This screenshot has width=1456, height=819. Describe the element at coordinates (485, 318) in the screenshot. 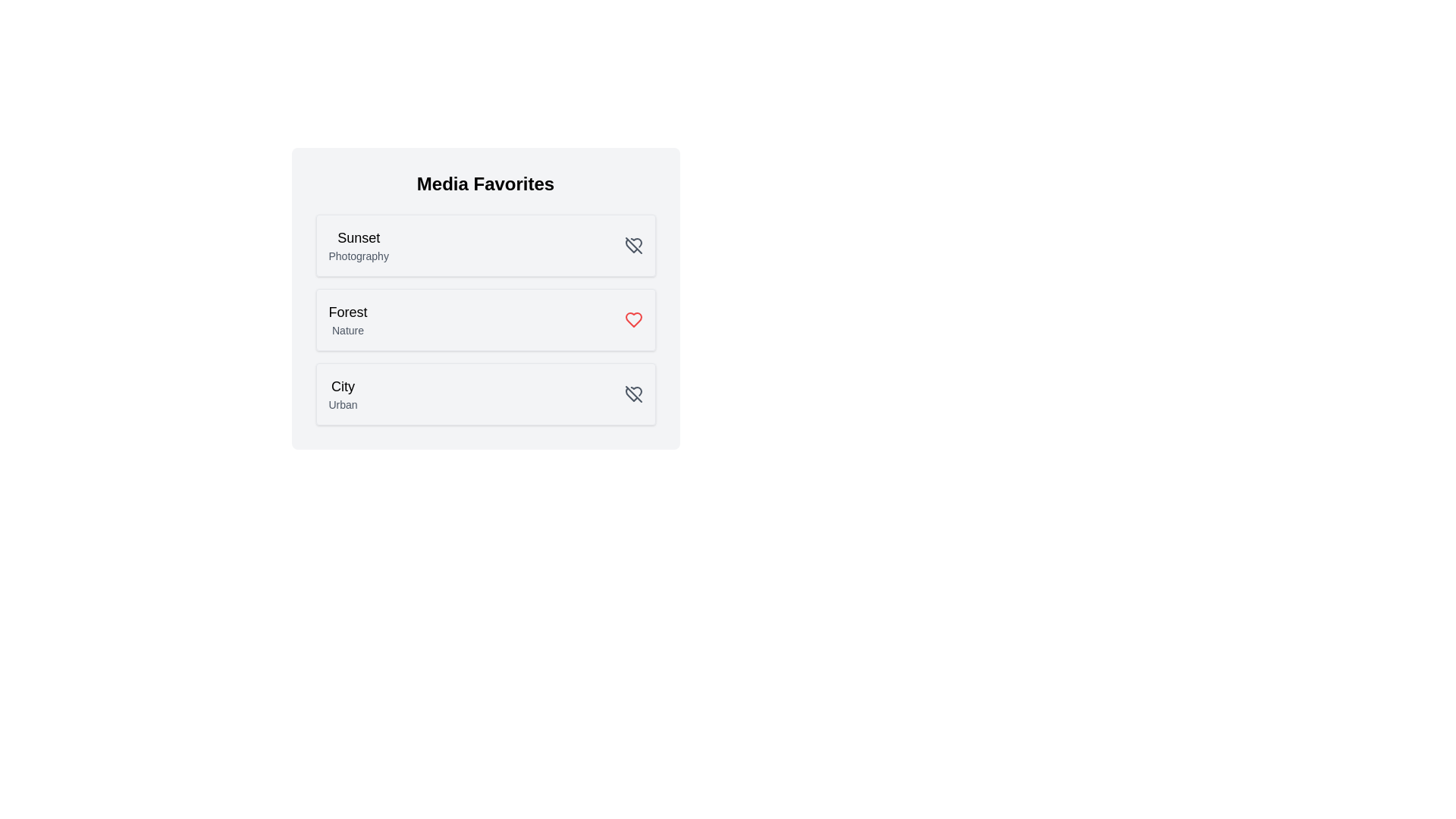

I see `the media item card corresponding to Forest` at that location.